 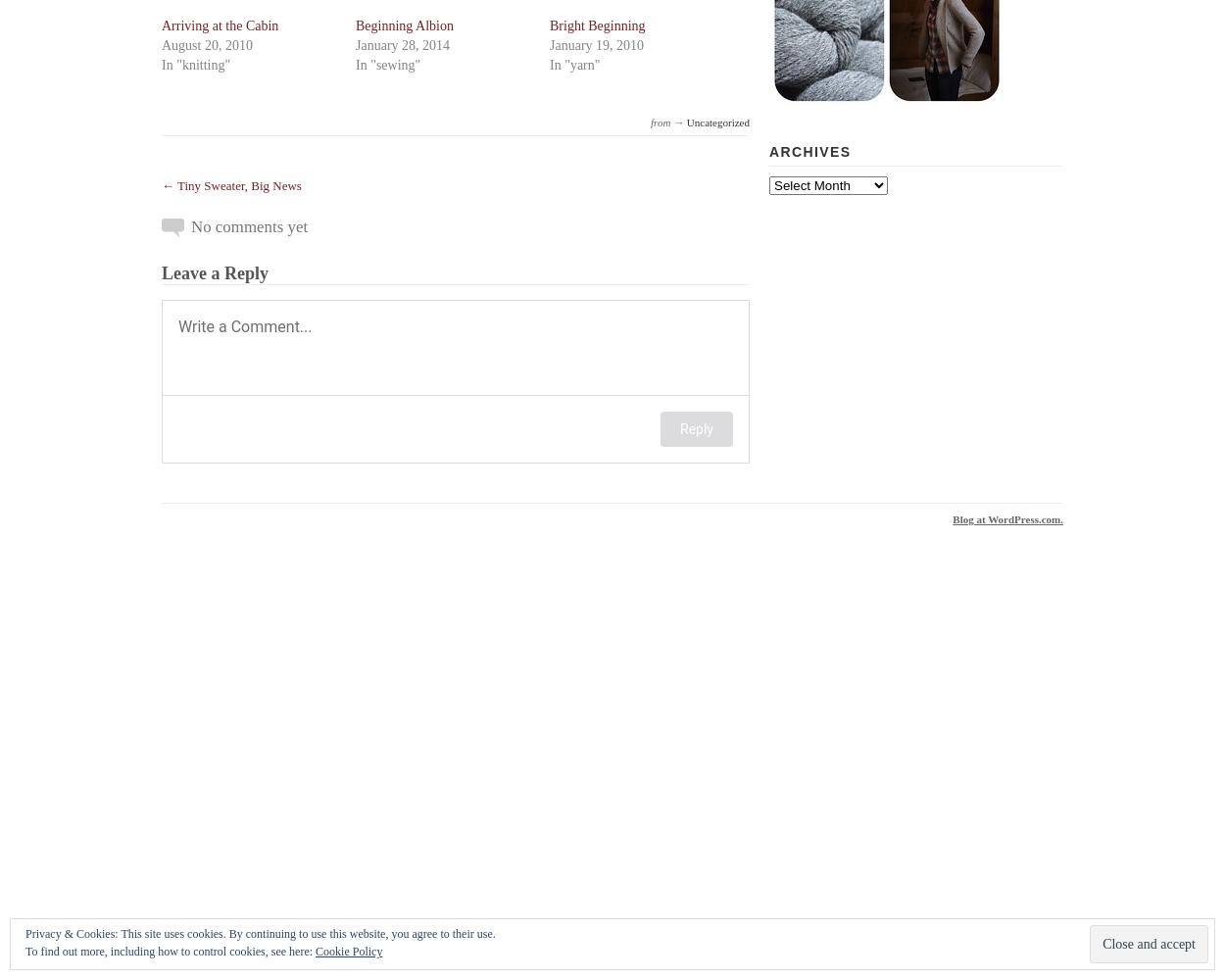 What do you see at coordinates (249, 225) in the screenshot?
I see `'No comments yet'` at bounding box center [249, 225].